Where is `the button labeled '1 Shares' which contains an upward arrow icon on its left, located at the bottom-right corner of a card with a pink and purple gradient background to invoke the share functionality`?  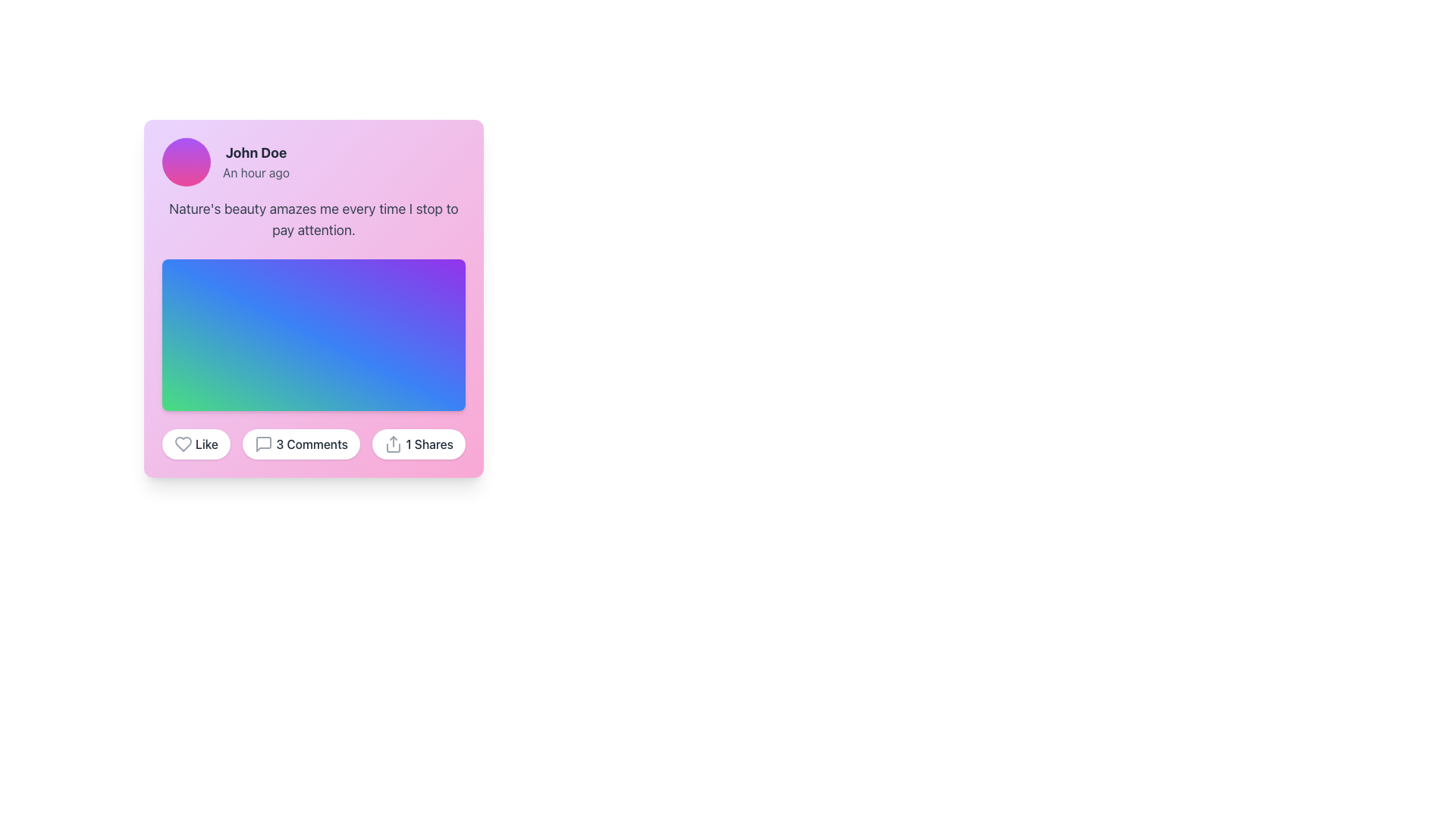
the button labeled '1 Shares' which contains an upward arrow icon on its left, located at the bottom-right corner of a card with a pink and purple gradient background to invoke the share functionality is located at coordinates (394, 444).